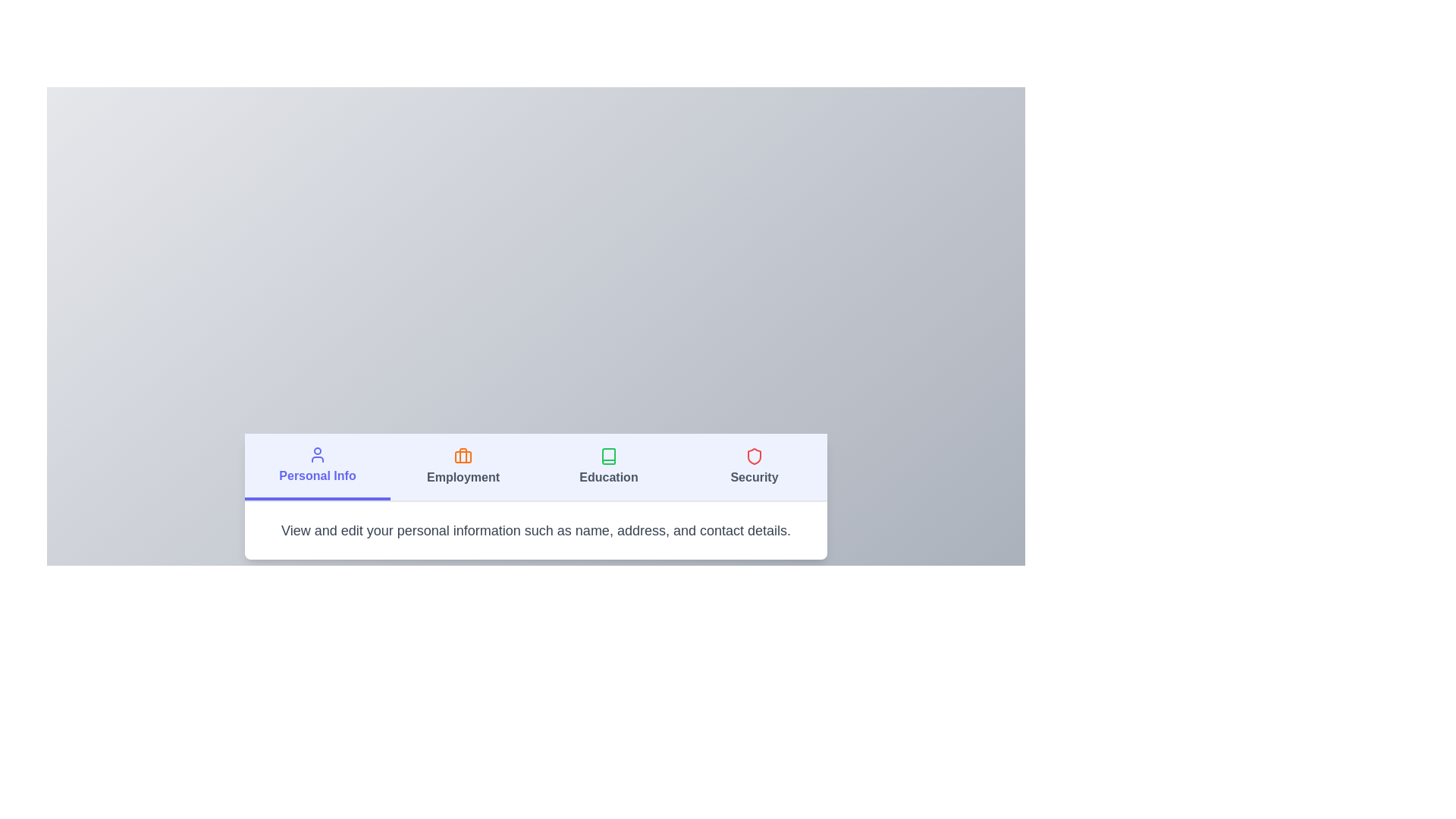 This screenshot has height=819, width=1456. What do you see at coordinates (754, 466) in the screenshot?
I see `the Security tab to view its content` at bounding box center [754, 466].